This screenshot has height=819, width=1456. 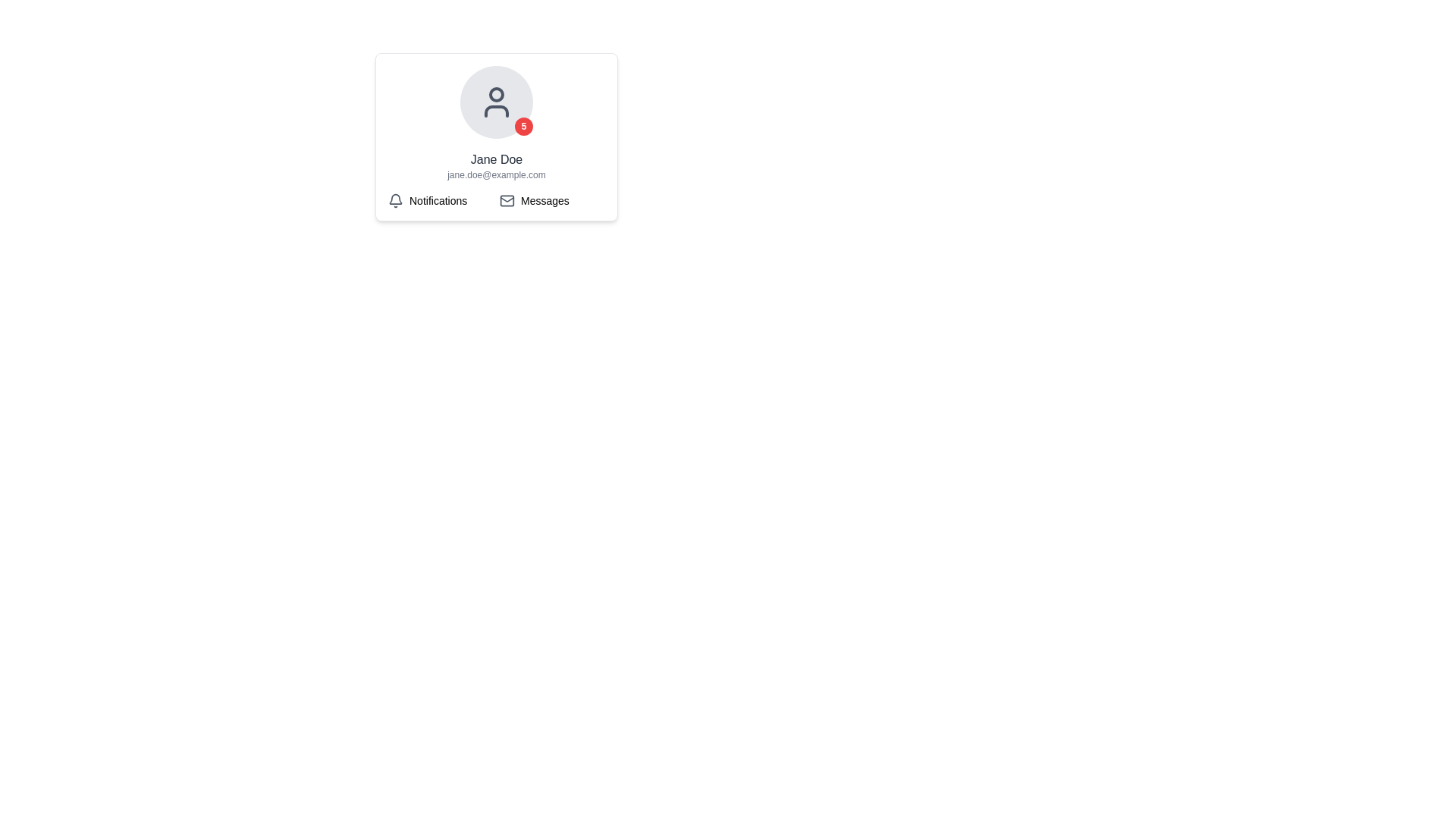 What do you see at coordinates (496, 94) in the screenshot?
I see `smaller decorative circle within the user profile icon, located at the top section of the user profile card above the name and email information` at bounding box center [496, 94].